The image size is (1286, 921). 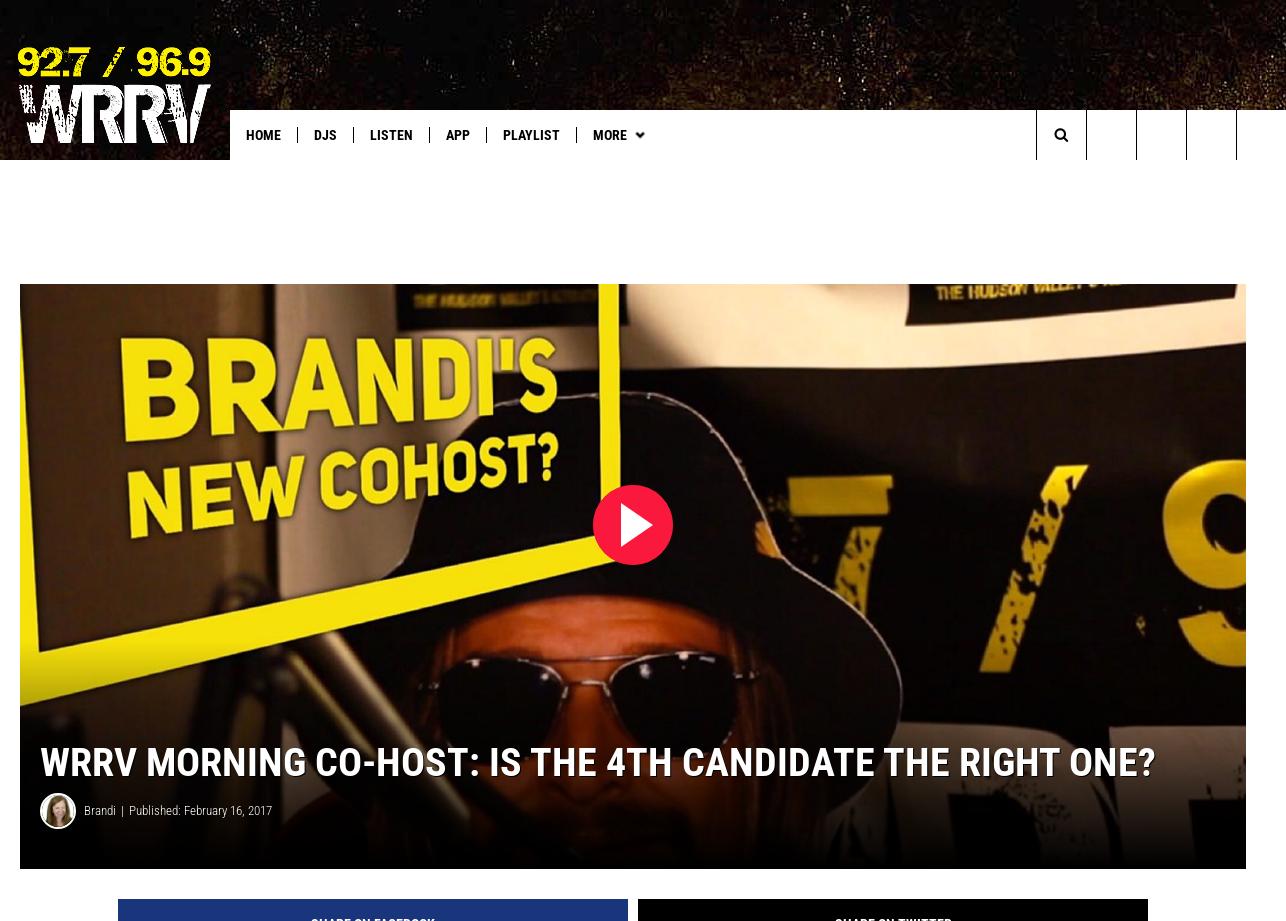 What do you see at coordinates (456, 135) in the screenshot?
I see `'App'` at bounding box center [456, 135].